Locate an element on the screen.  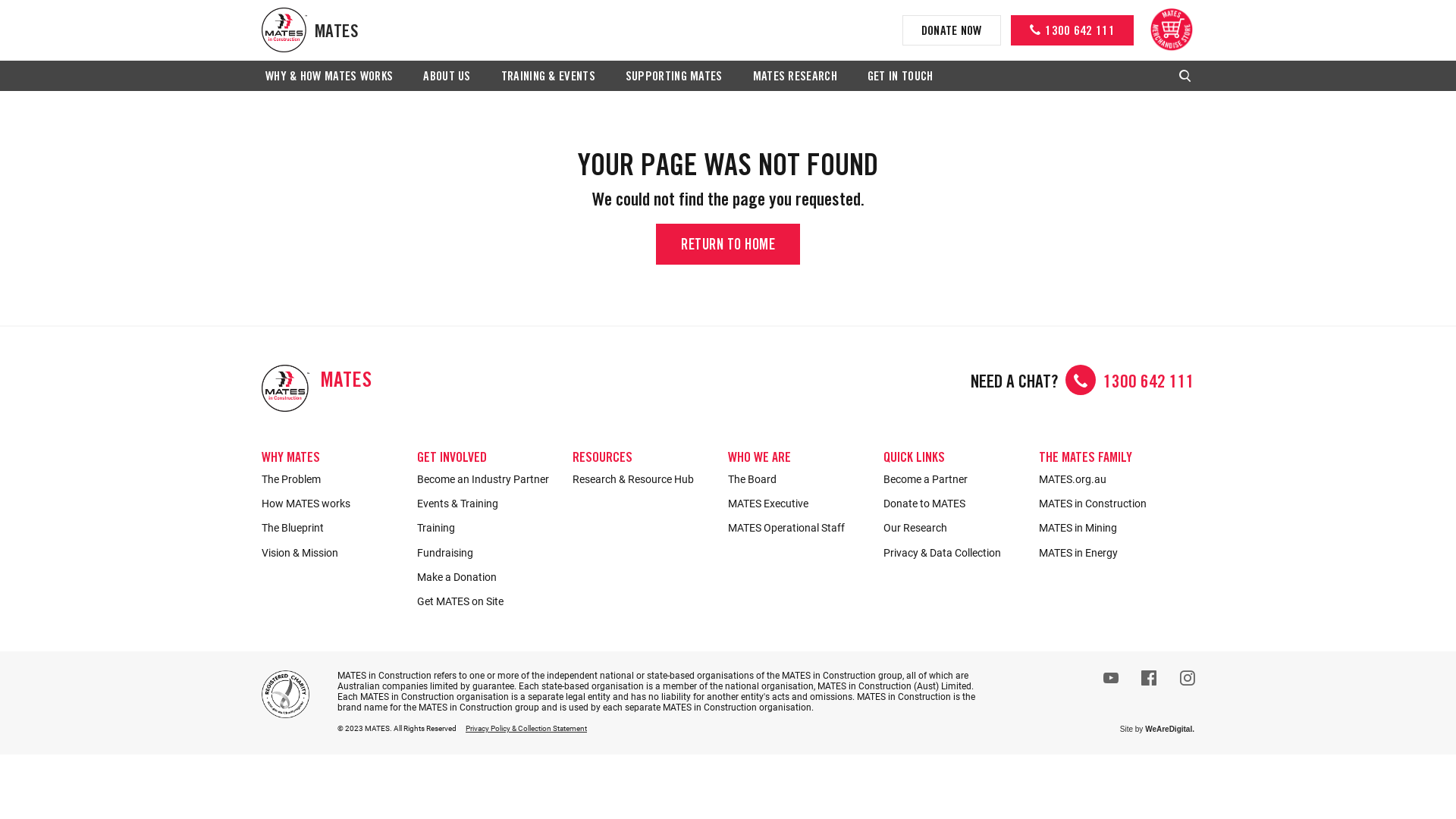
'RETURN TO HOME' is located at coordinates (655, 243).